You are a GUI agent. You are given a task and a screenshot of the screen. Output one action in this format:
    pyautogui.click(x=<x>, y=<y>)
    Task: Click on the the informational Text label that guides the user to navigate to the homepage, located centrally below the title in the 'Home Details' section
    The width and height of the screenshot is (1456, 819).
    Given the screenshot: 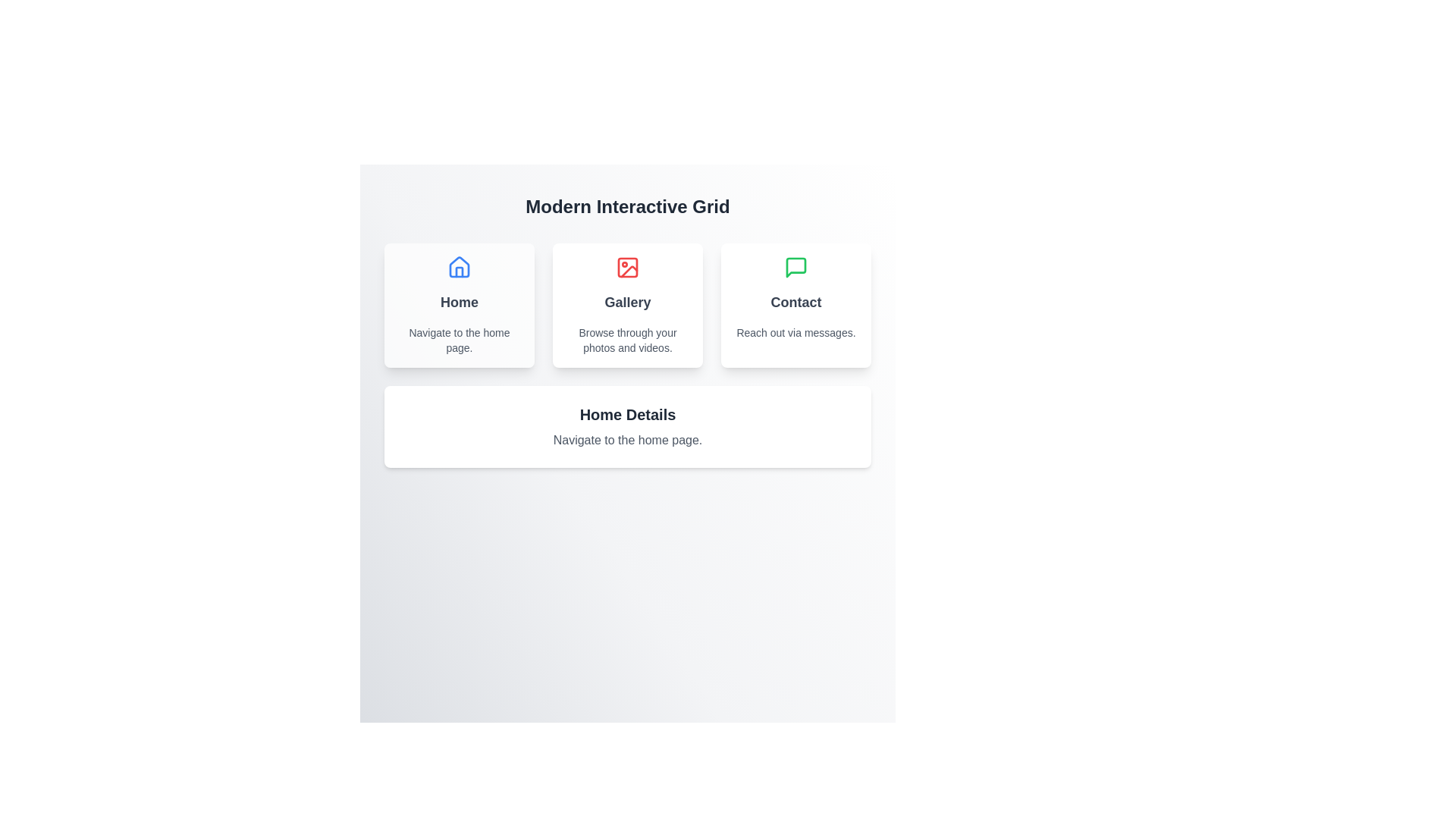 What is the action you would take?
    pyautogui.click(x=628, y=441)
    